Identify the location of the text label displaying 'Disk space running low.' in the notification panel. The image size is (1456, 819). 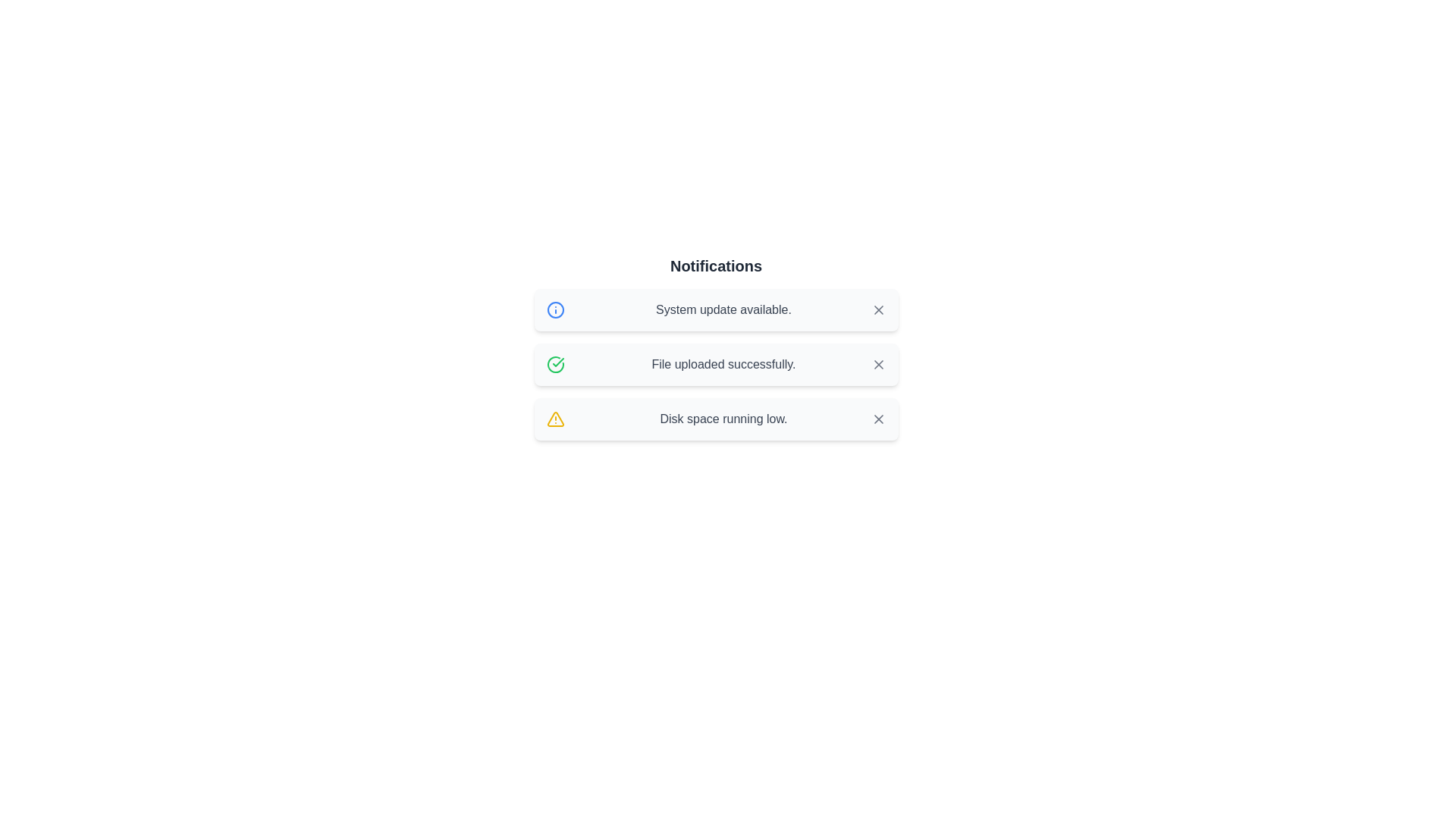
(723, 419).